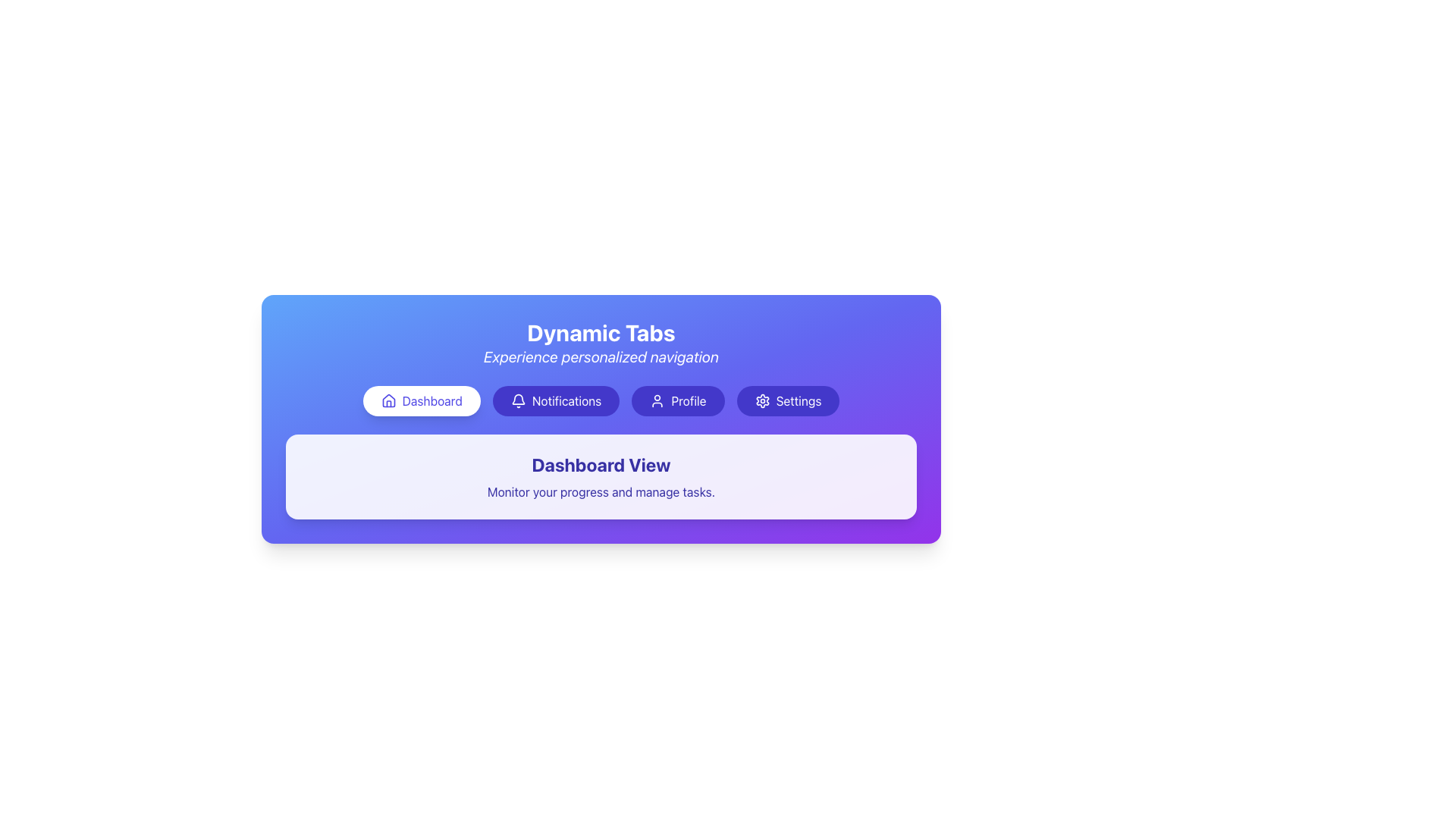 This screenshot has height=819, width=1456. I want to click on the Text Display element featuring the title 'Dynamic Tabs' in bold and large font and the subtitle 'Experience personalized navigation' in italic and smaller font, which is centrally aligned and displayed in white on a gradient background, so click(600, 343).